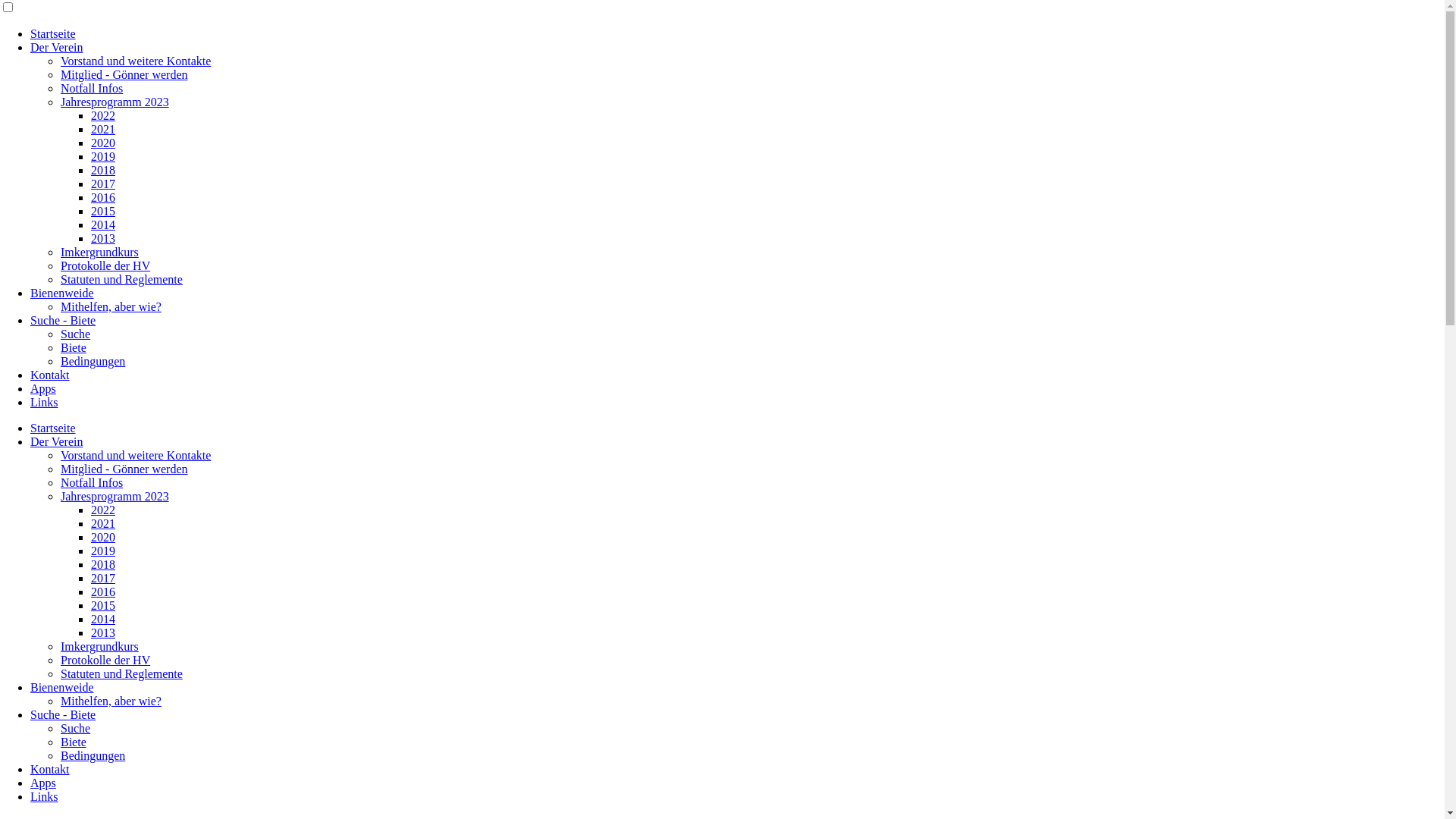 The image size is (1456, 819). I want to click on '2020', so click(102, 143).